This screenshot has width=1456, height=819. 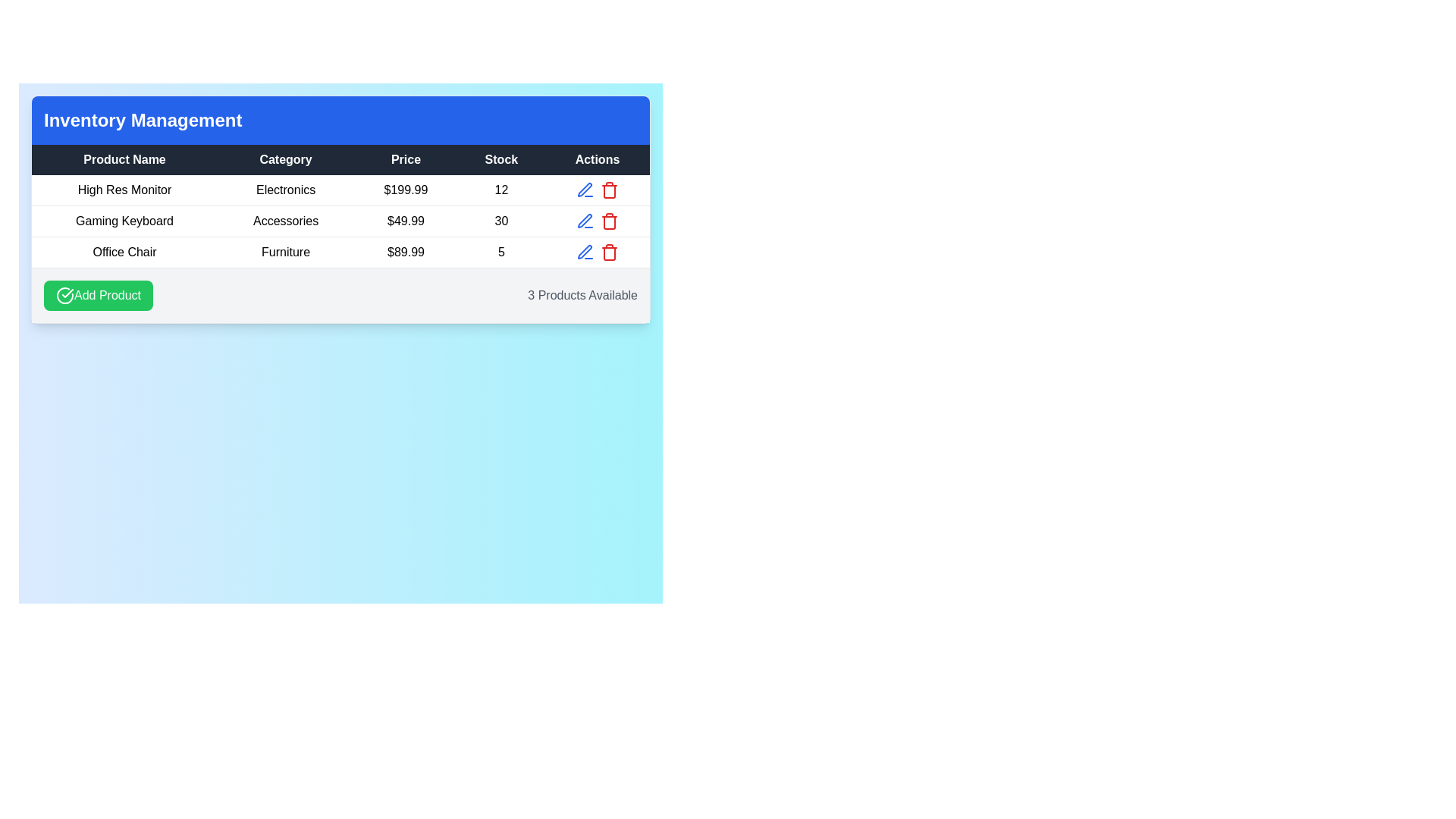 I want to click on the static text label 'Category' located in the dark blue header bar, which is the second label in the header row of a data table, so click(x=286, y=160).